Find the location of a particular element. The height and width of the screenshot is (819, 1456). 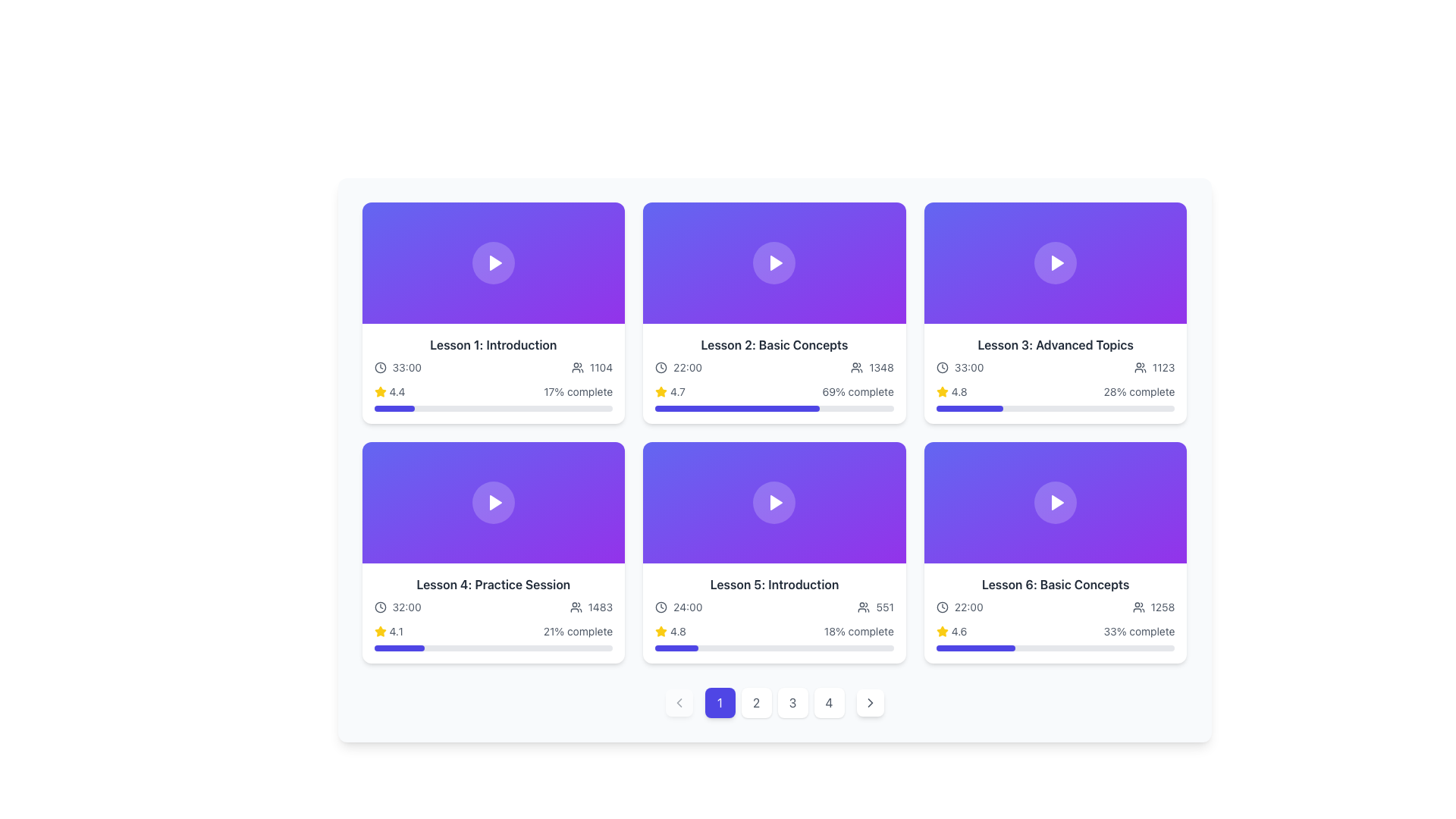

the play icon in the 'Lesson 1: Introduction' card to trigger a tooltip is located at coordinates (495, 262).